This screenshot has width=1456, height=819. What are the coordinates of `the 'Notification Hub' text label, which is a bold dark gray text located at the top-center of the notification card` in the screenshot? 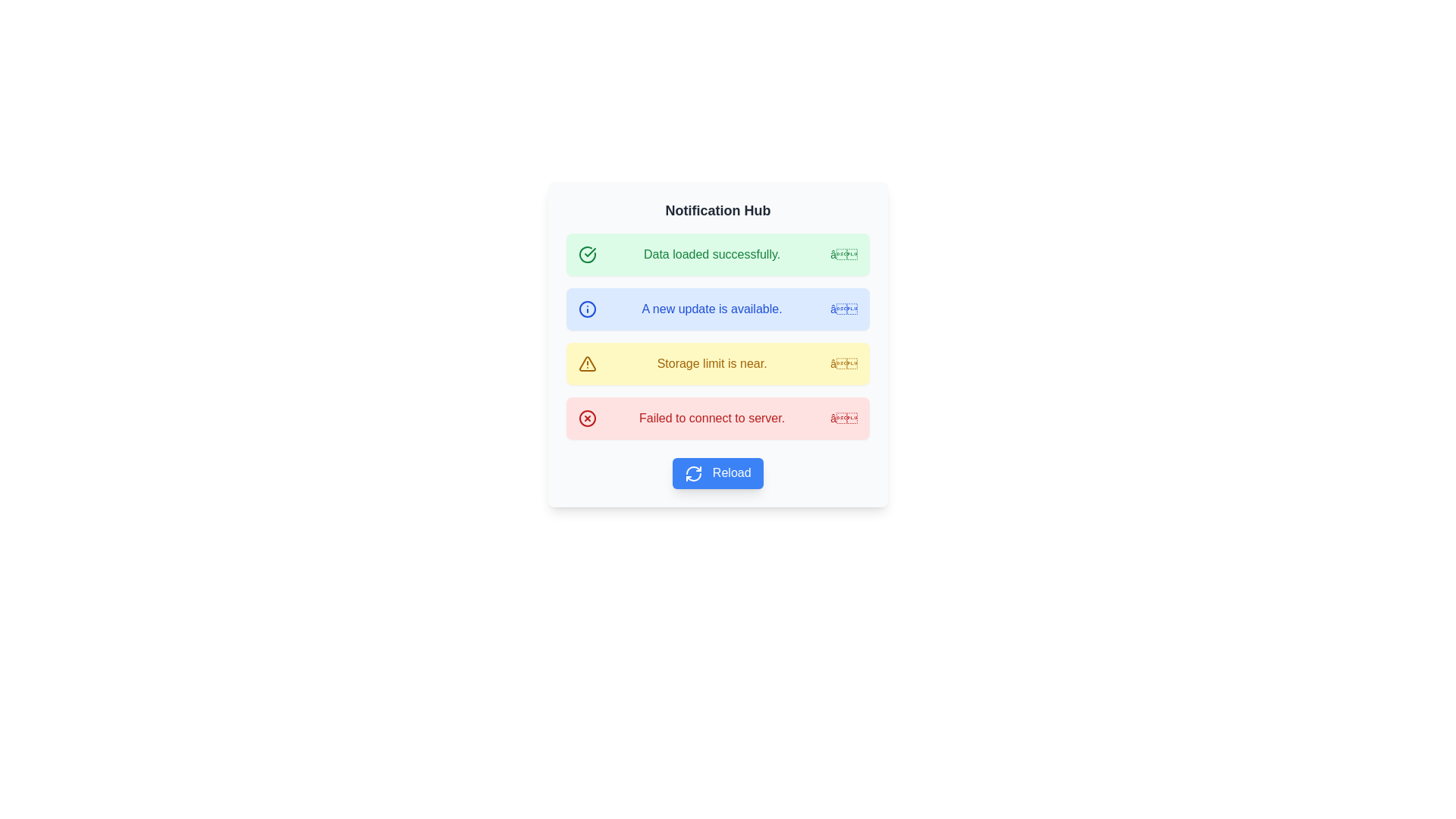 It's located at (717, 210).